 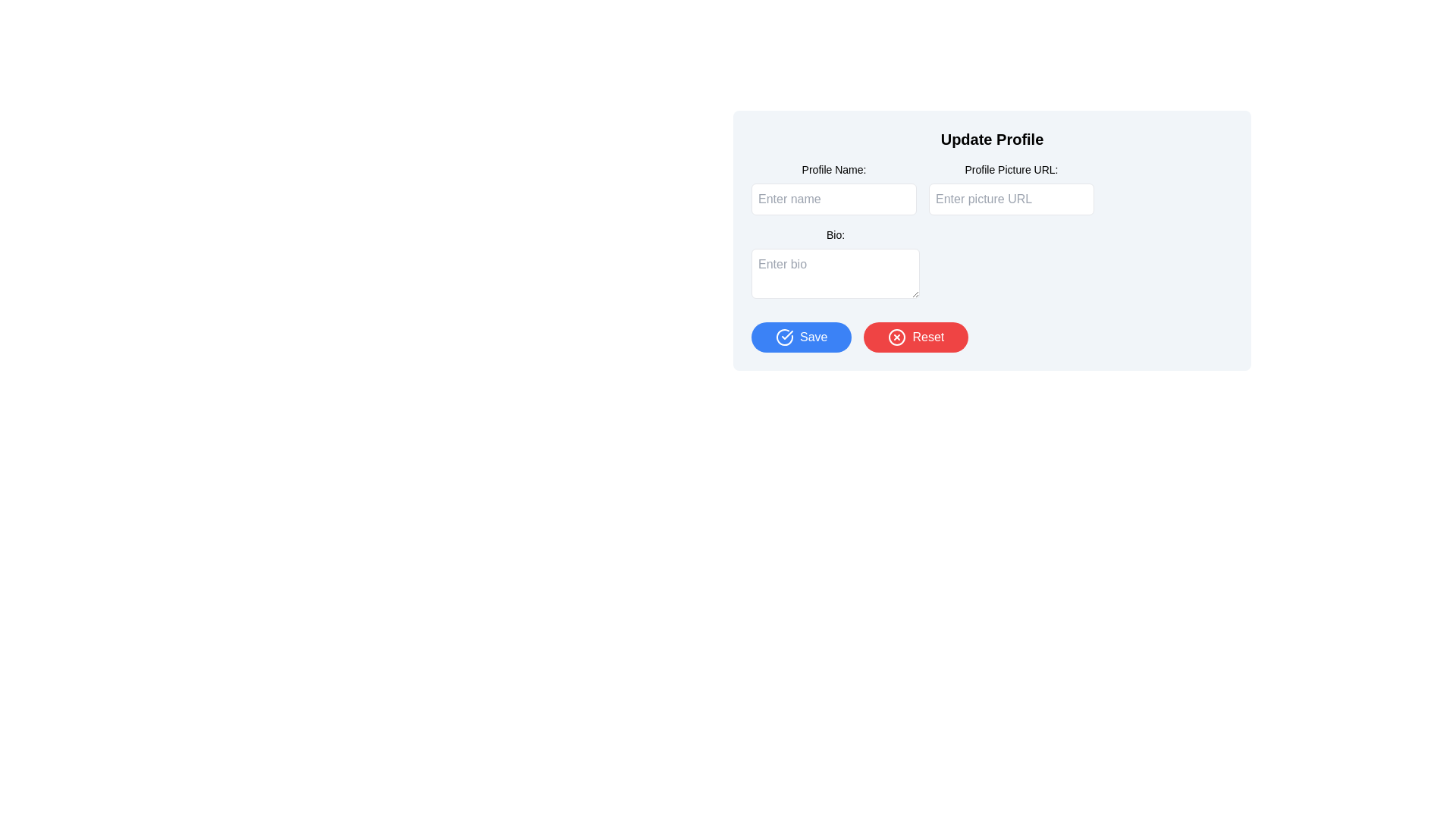 What do you see at coordinates (801, 336) in the screenshot?
I see `the save button located at the bottom of the form, which is the first button in a row of buttons and positioned to the left of the red 'Reset' button` at bounding box center [801, 336].